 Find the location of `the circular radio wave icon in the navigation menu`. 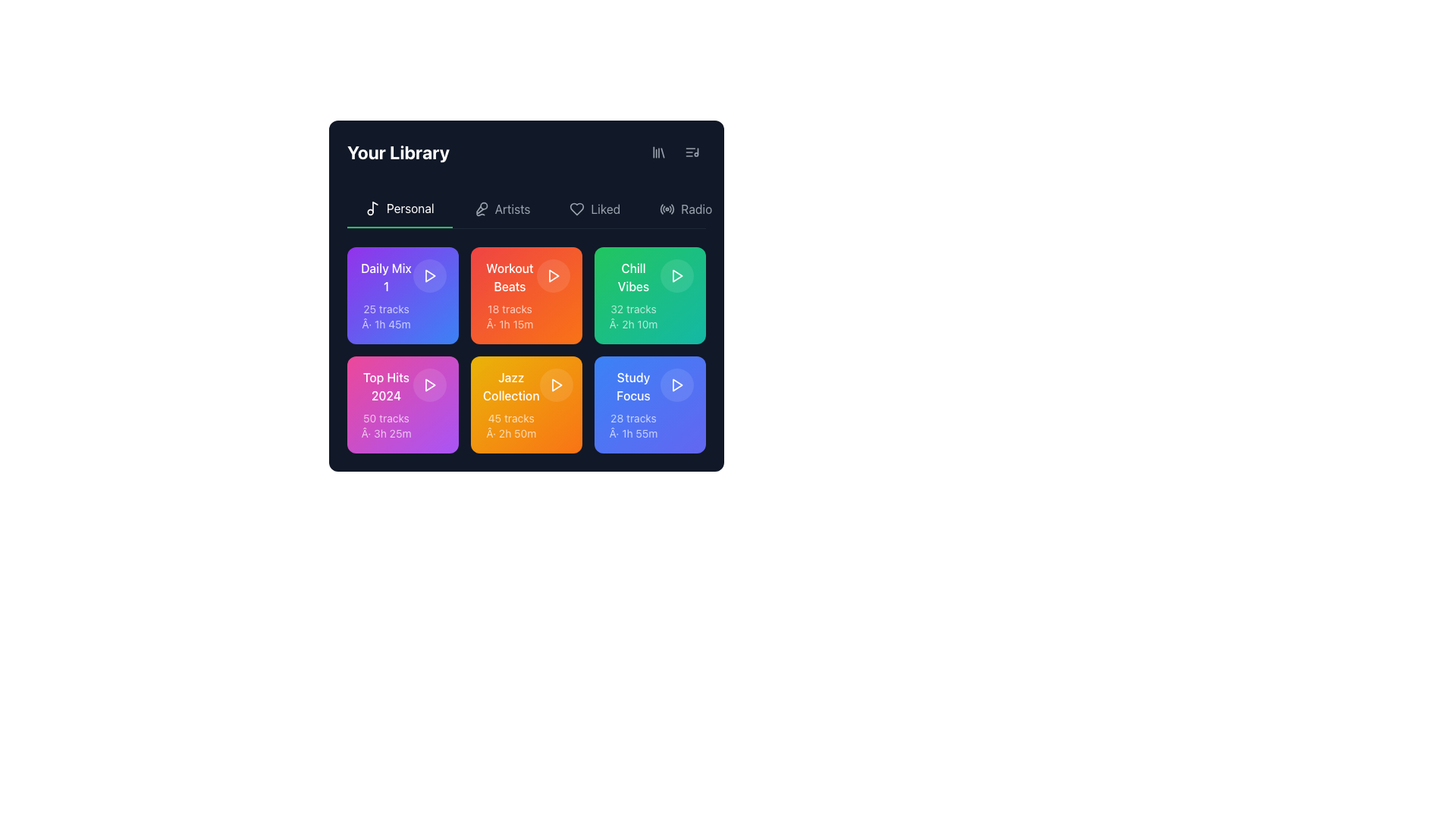

the circular radio wave icon in the navigation menu is located at coordinates (667, 209).